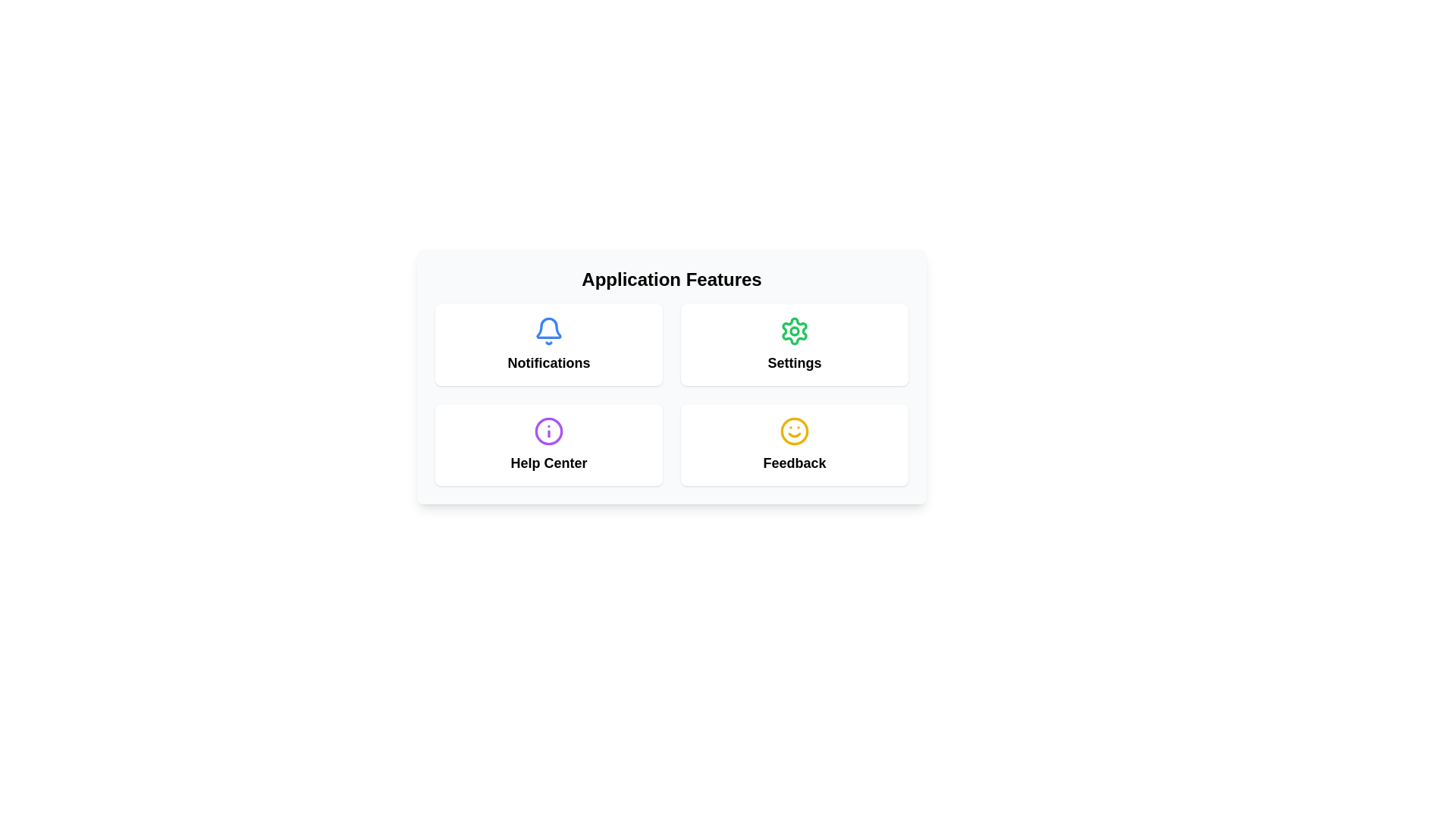 The image size is (1456, 819). Describe the element at coordinates (793, 362) in the screenshot. I see `the 'Settings' text label, which is displayed in a large, bold font and is positioned below the settings icon in the grid layout` at that location.